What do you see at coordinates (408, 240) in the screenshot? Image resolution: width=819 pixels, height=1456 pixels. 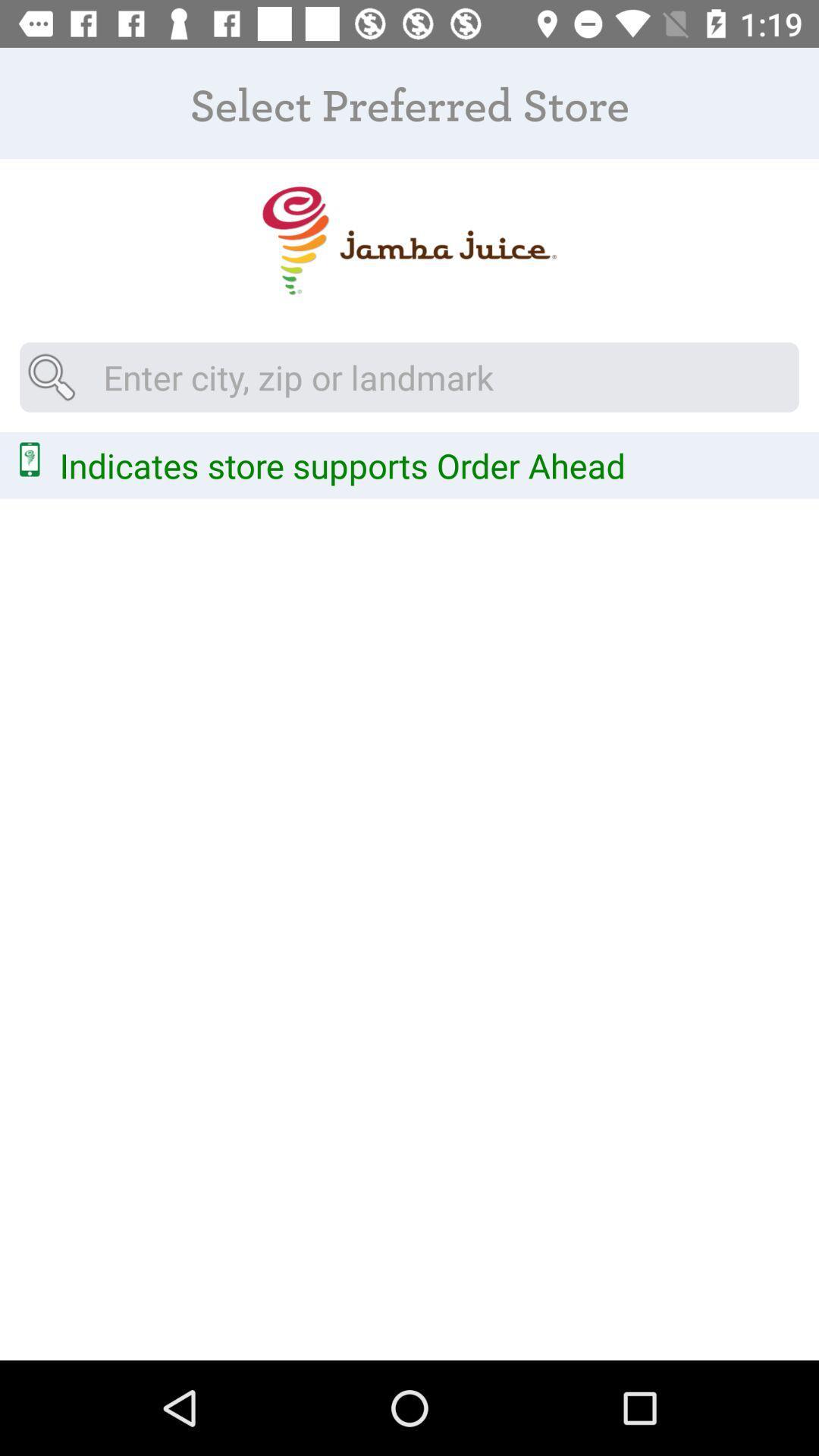 I see `the item below select preferred store` at bounding box center [408, 240].